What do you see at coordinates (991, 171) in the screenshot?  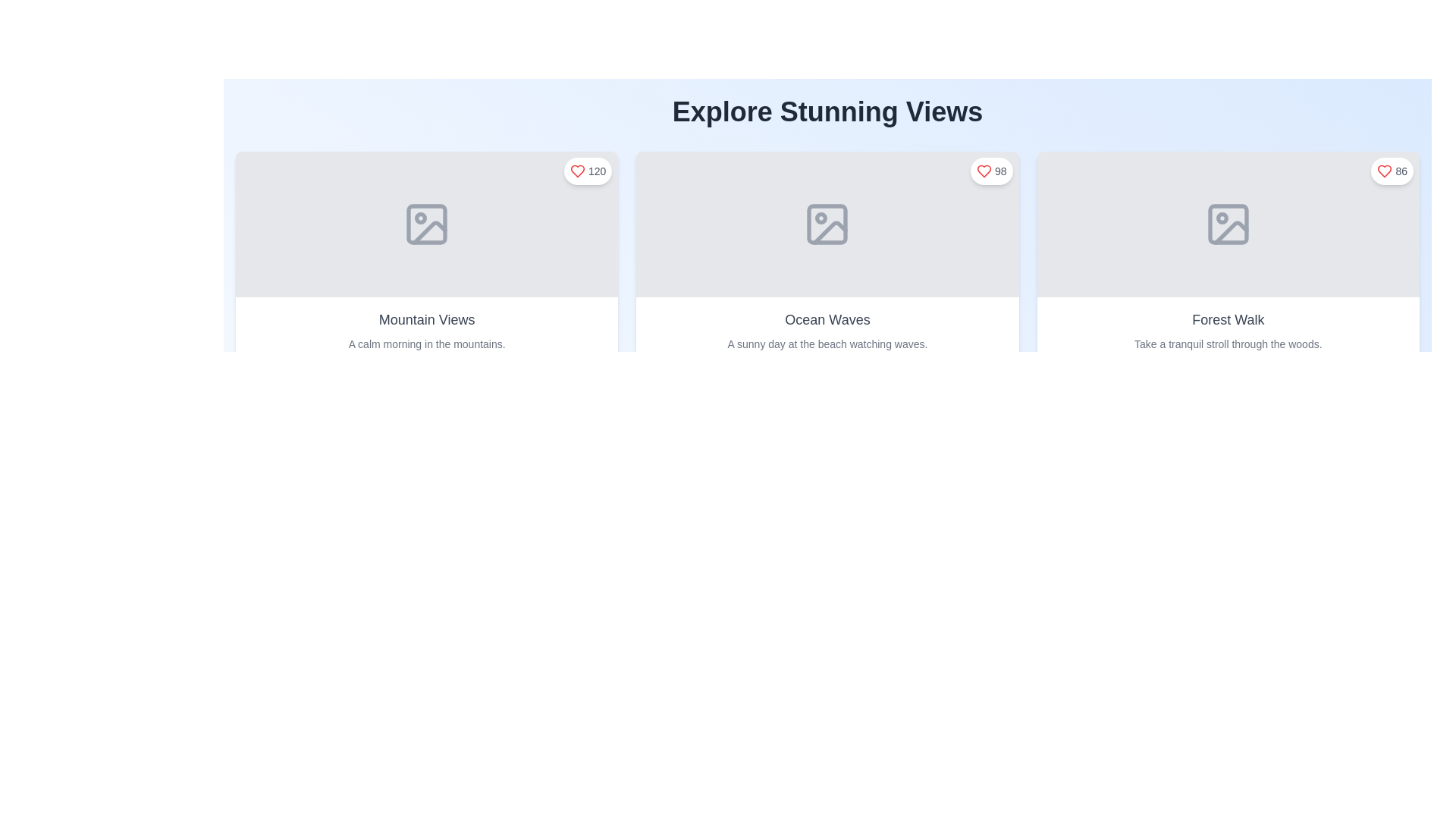 I see `the Information badge located at the top-right corner of the 'Ocean Waves' card, which displays a heart icon and a like count` at bounding box center [991, 171].